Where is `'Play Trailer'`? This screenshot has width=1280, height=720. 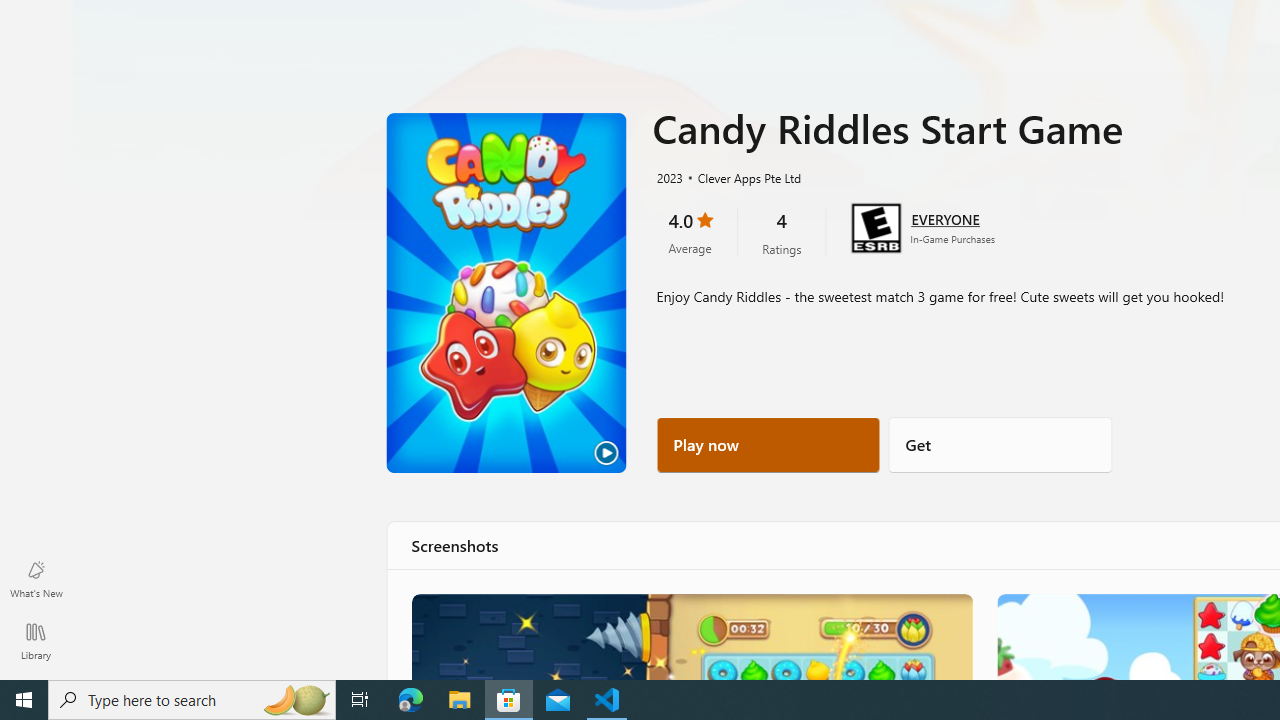
'Play Trailer' is located at coordinates (506, 293).